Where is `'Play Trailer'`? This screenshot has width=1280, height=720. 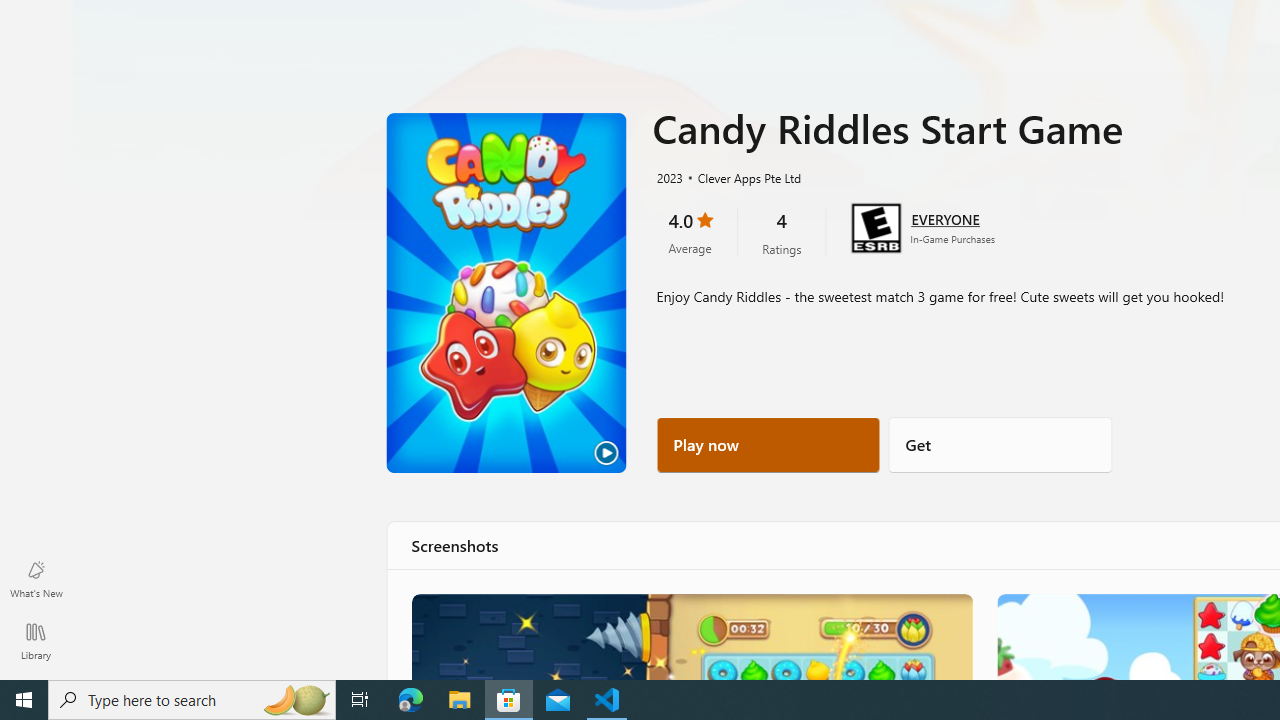
'Play Trailer' is located at coordinates (506, 293).